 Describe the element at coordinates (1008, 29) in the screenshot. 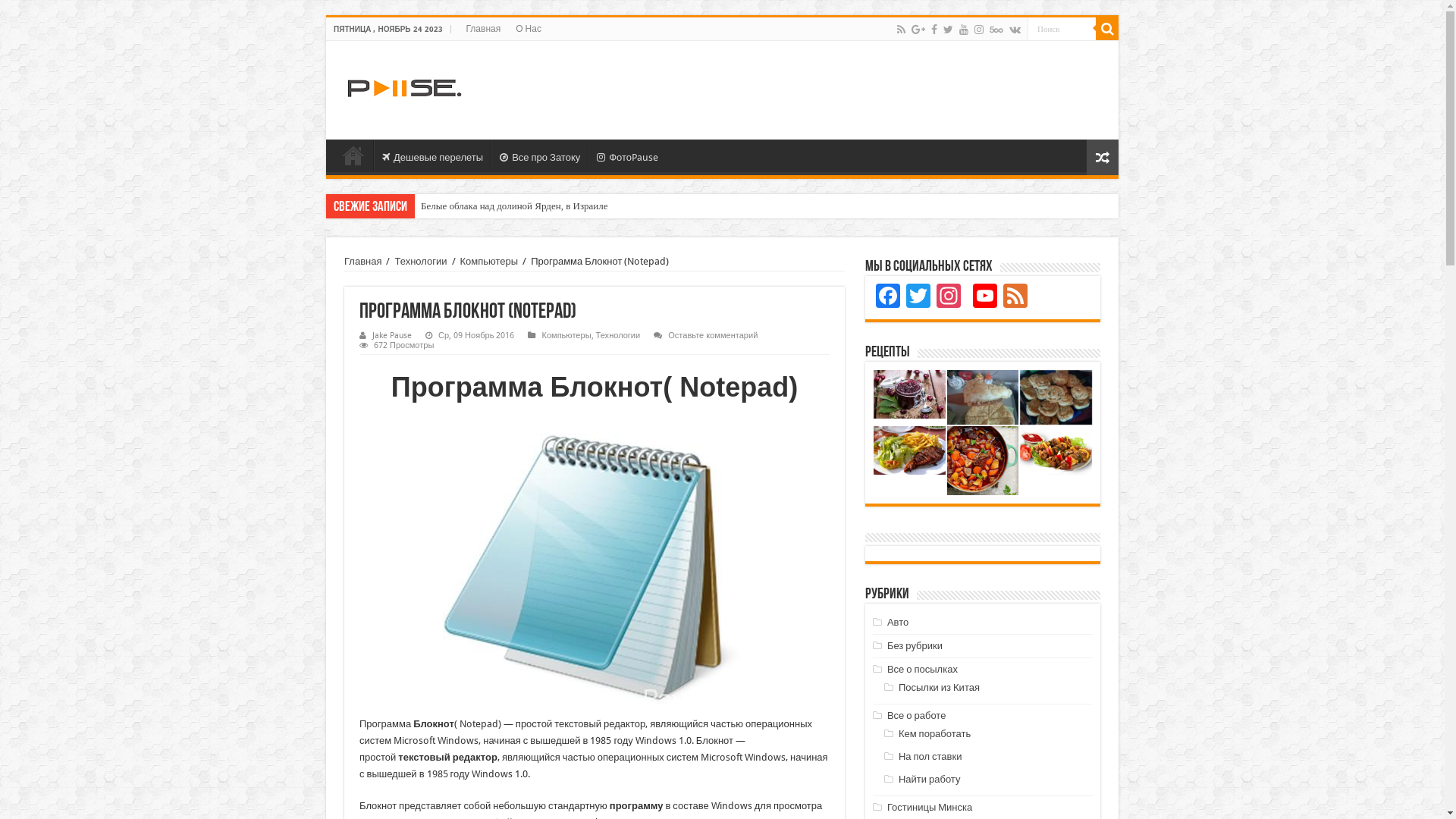

I see `'vk.com'` at that location.